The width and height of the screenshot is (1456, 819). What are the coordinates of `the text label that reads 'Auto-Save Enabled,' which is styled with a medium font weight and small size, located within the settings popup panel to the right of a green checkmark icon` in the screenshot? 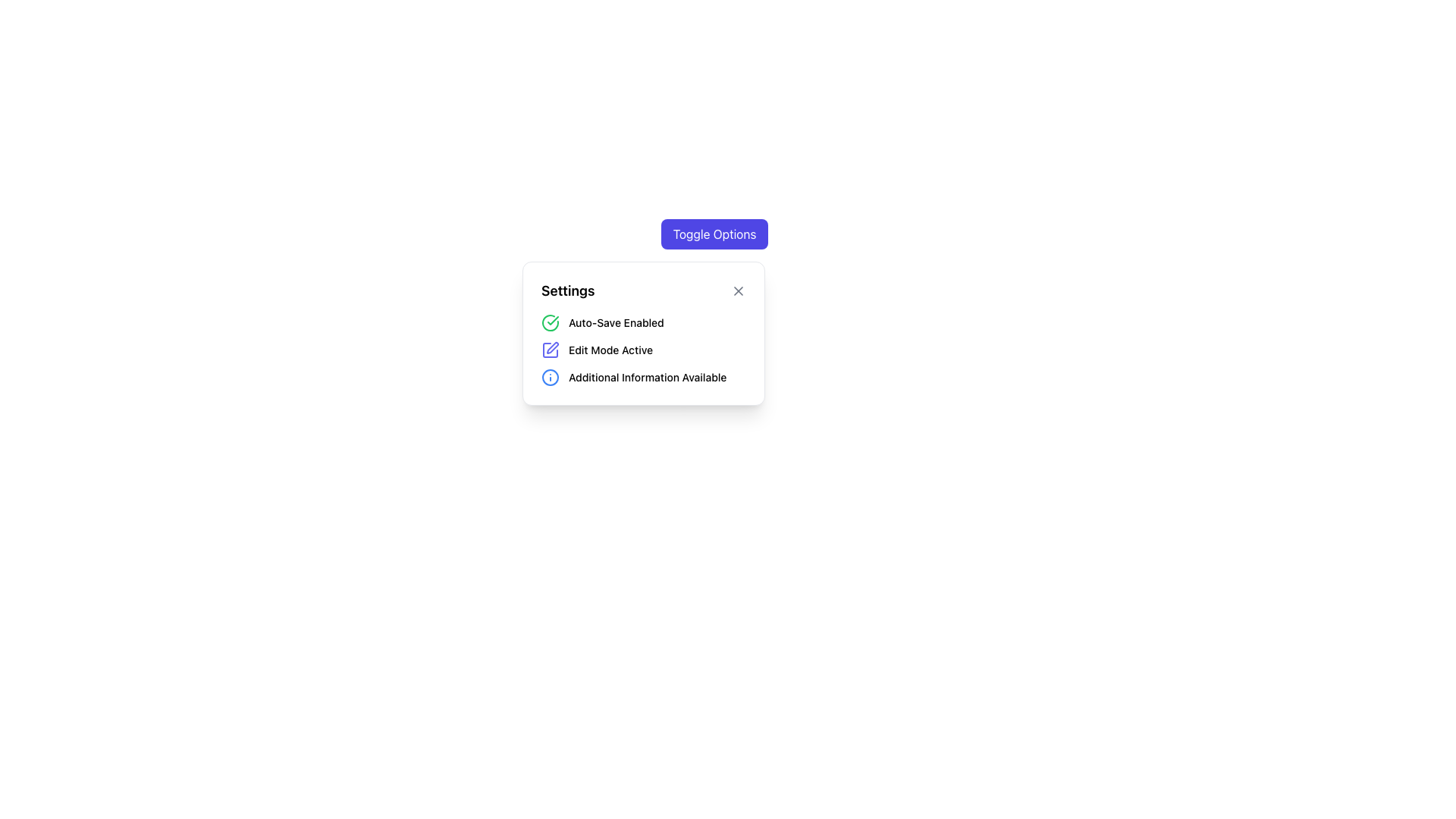 It's located at (616, 322).